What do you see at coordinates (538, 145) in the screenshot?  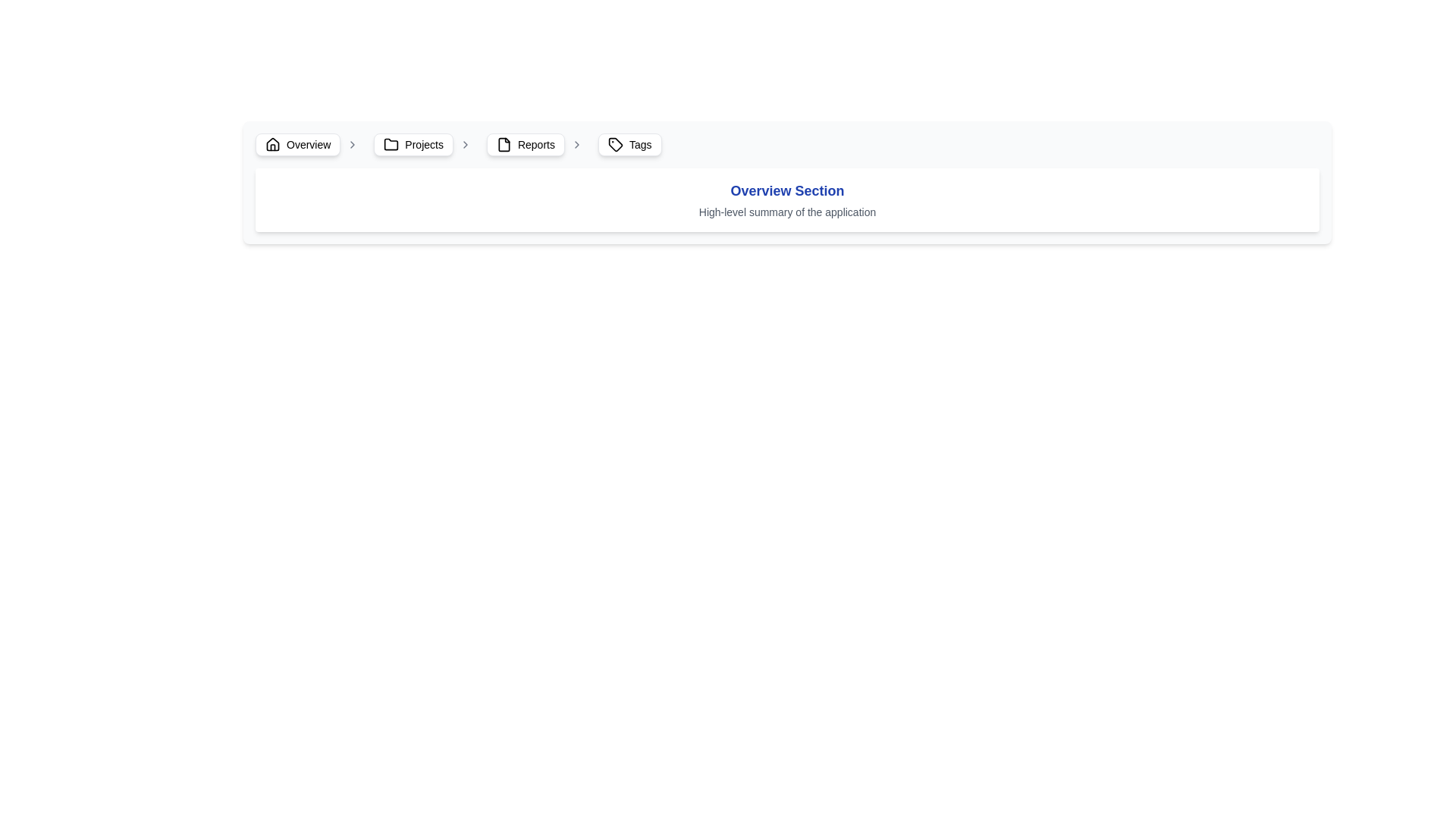 I see `the 'Reports' breadcrumb navigation item` at bounding box center [538, 145].